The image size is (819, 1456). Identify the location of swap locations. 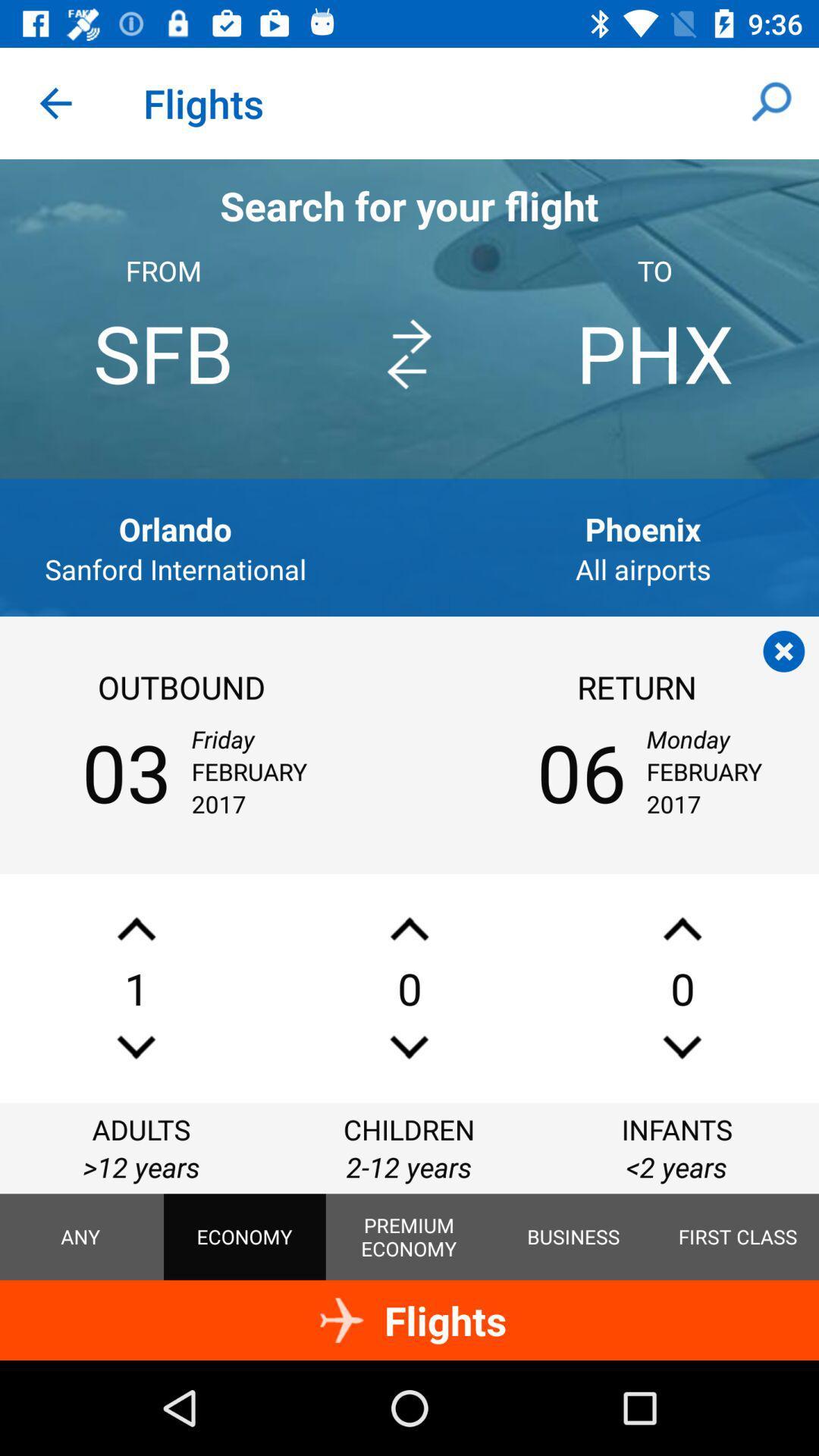
(408, 353).